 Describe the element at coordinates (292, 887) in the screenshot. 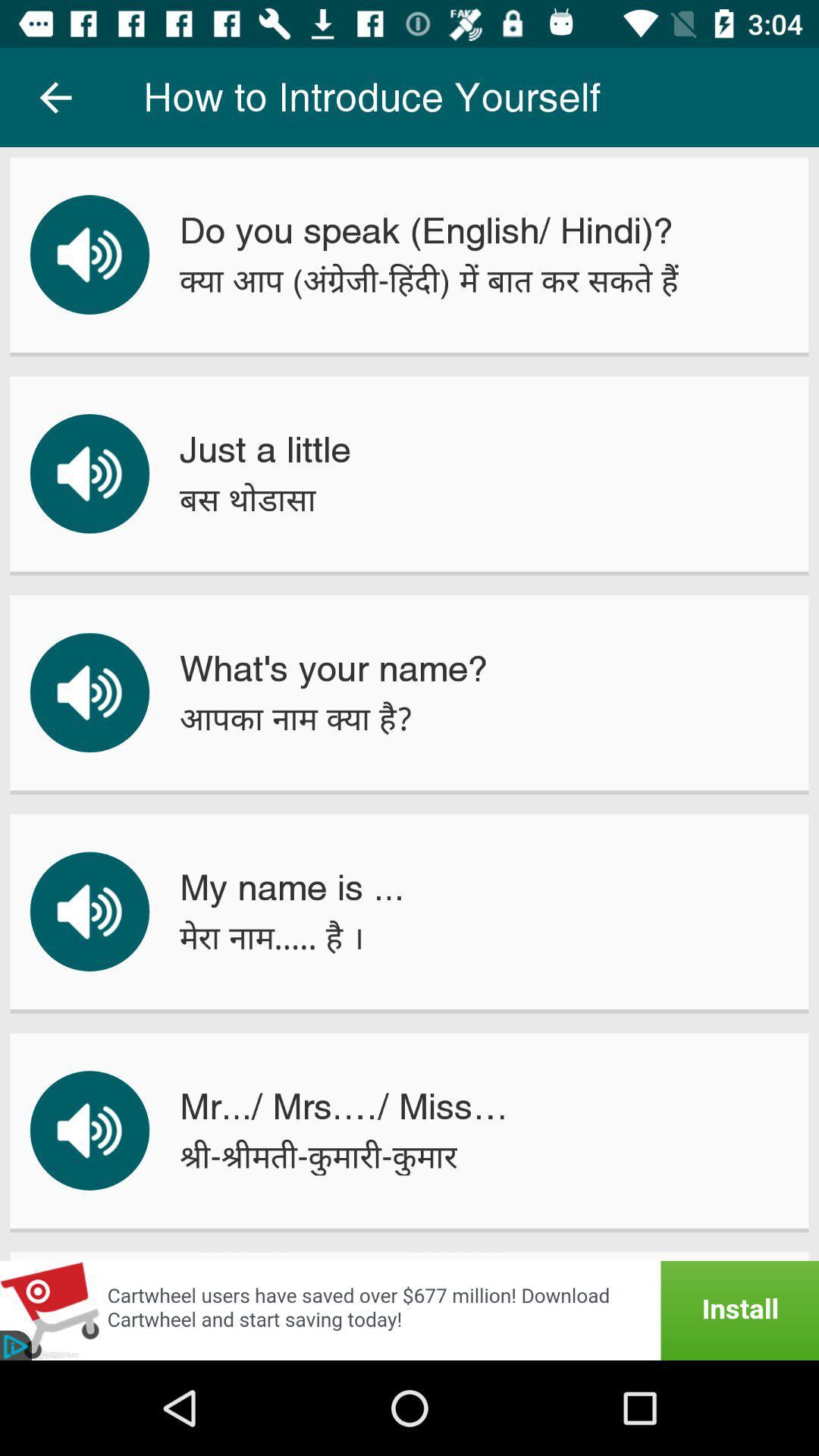

I see `my name is ... item` at that location.